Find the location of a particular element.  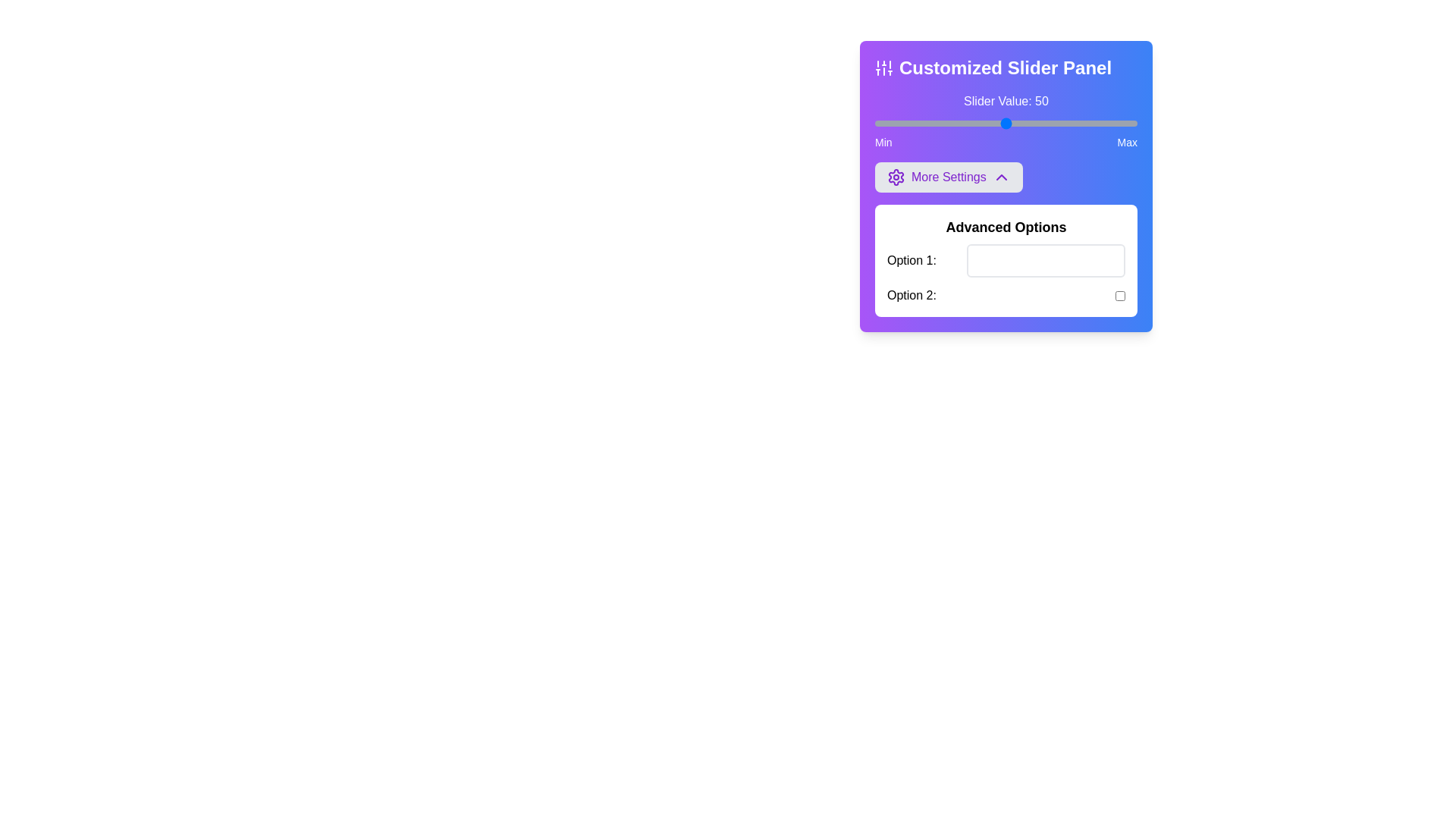

the slider is located at coordinates (1027, 122).